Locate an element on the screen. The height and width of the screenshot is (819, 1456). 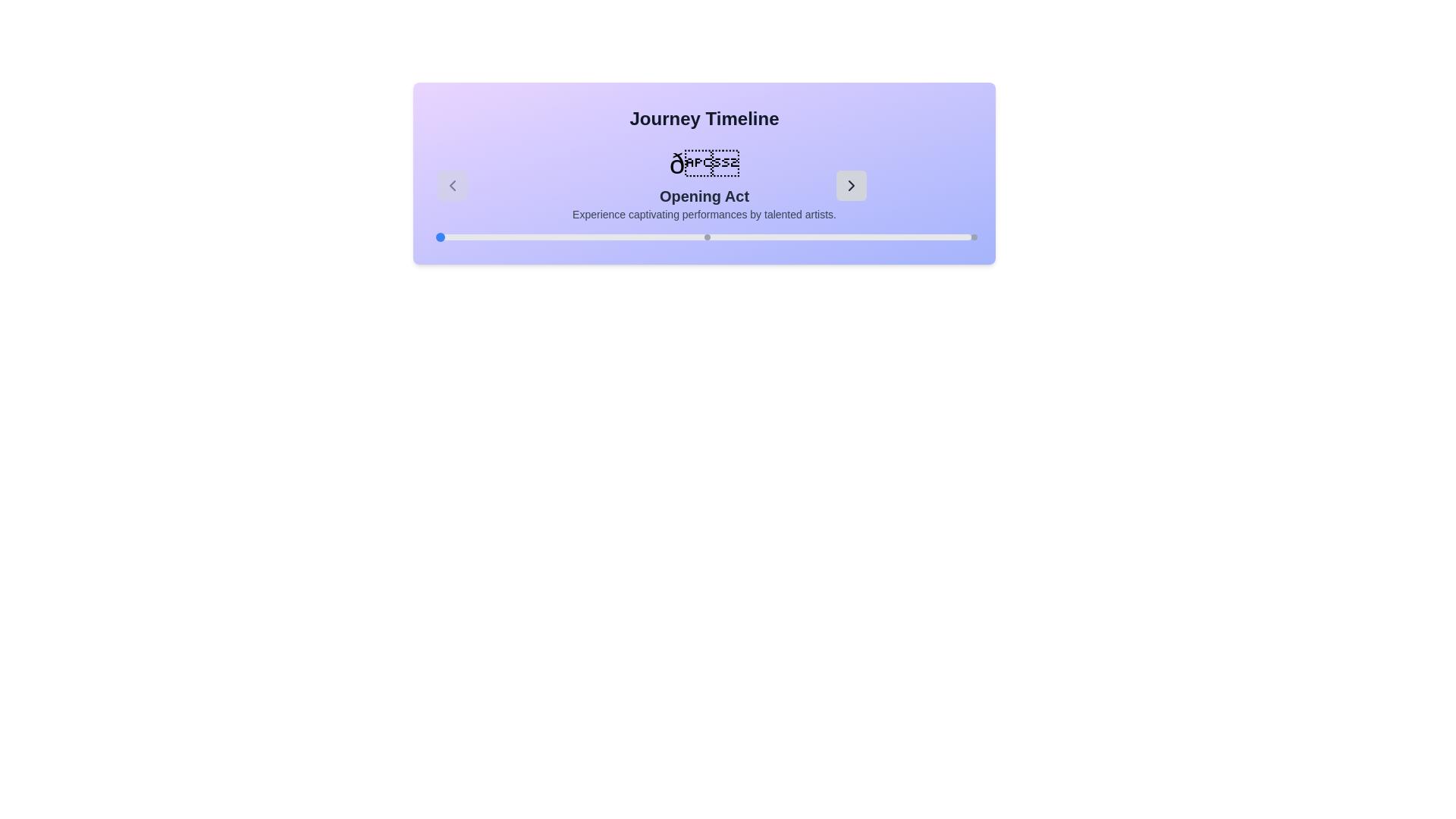
the text label that reads 'Experience captivating performances by talented artists.', which is styled with a smaller font size and gray color, located centrally beneath the heading 'Opening Act' is located at coordinates (704, 214).